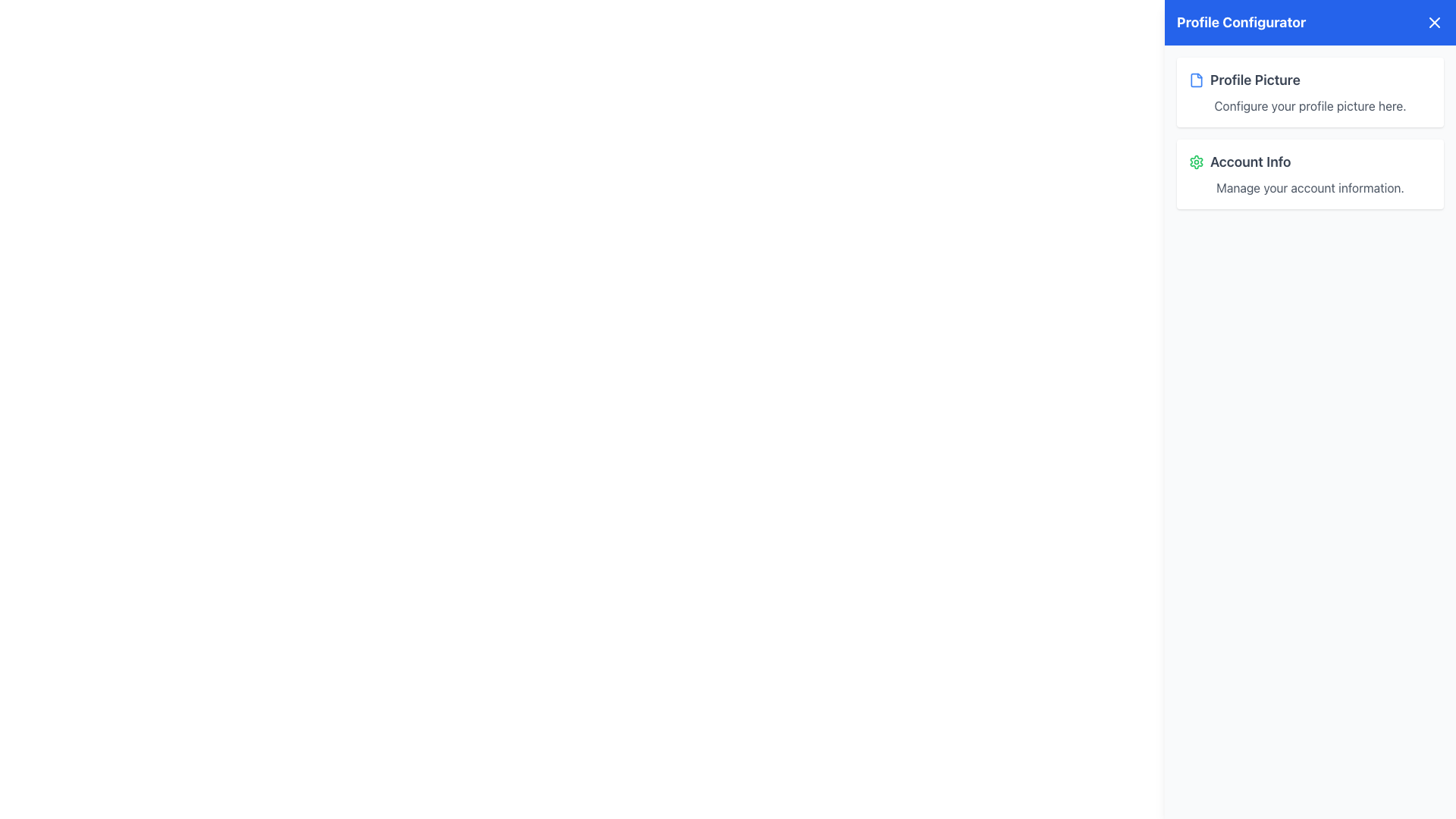 The height and width of the screenshot is (819, 1456). What do you see at coordinates (1310, 174) in the screenshot?
I see `the Information card located in the 'Profile Configurator' sidebar` at bounding box center [1310, 174].